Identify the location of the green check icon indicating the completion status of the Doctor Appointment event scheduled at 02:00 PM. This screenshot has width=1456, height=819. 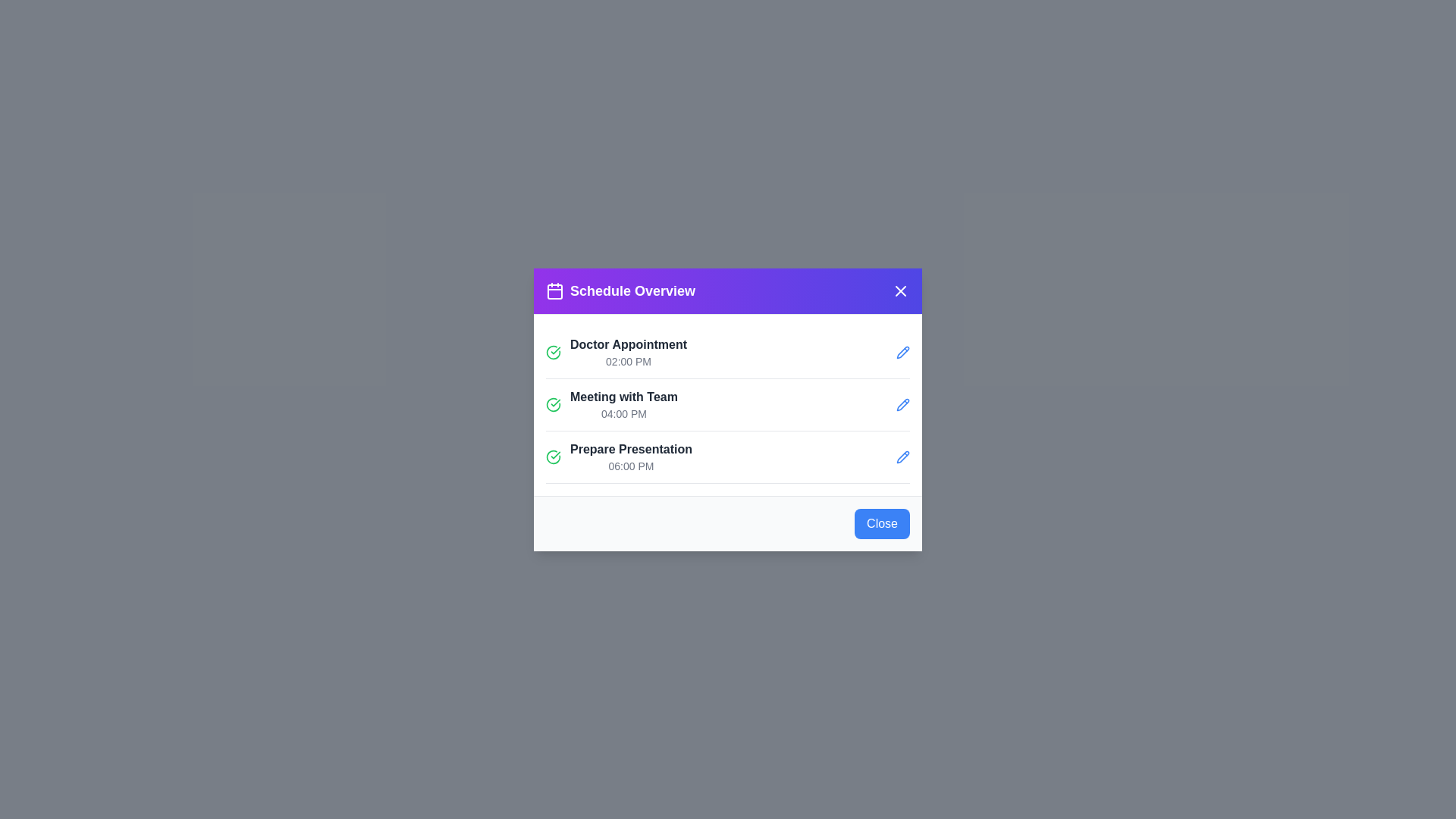
(552, 351).